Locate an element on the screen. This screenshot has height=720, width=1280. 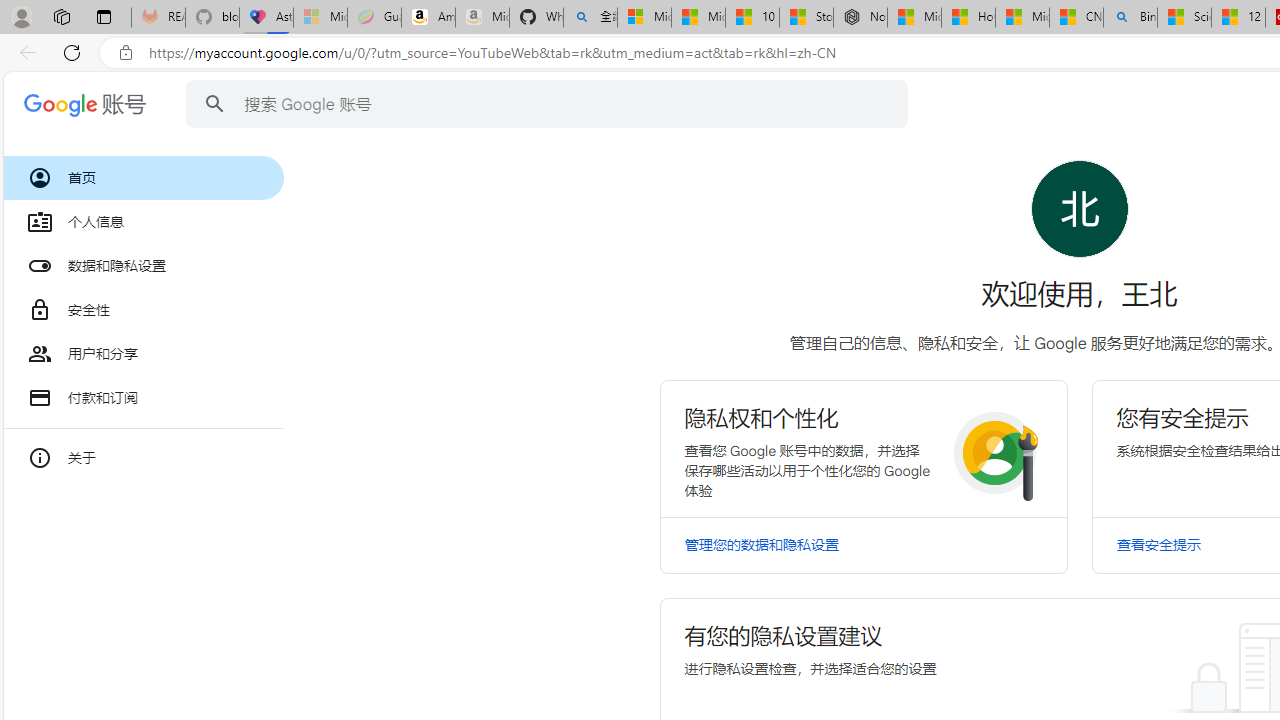
'Class: RlFDUe N5YmOc kJXJmd bvW4md I6g62c' is located at coordinates (864, 447).